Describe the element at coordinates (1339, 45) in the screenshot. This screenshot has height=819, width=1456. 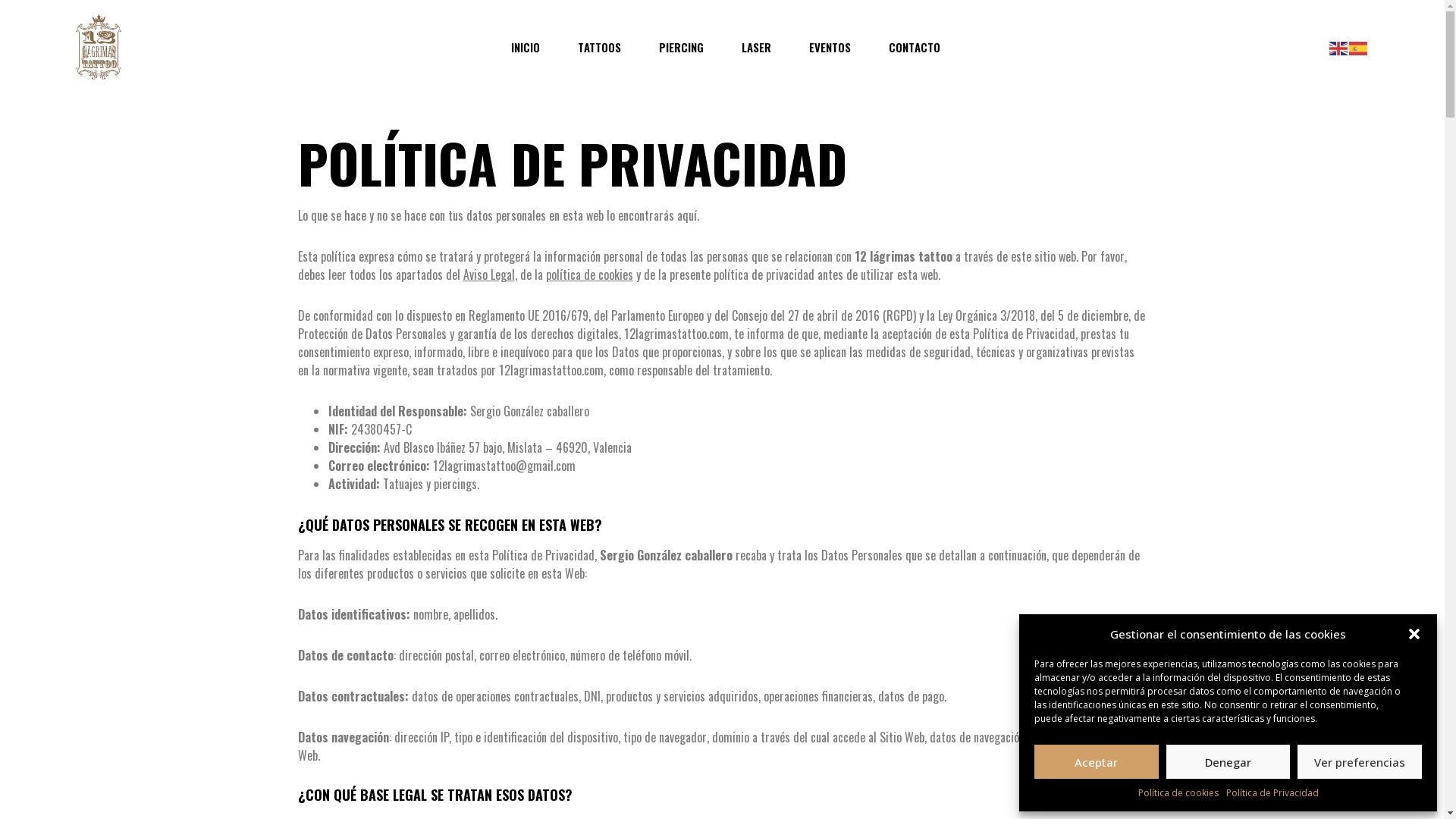
I see `'English'` at that location.